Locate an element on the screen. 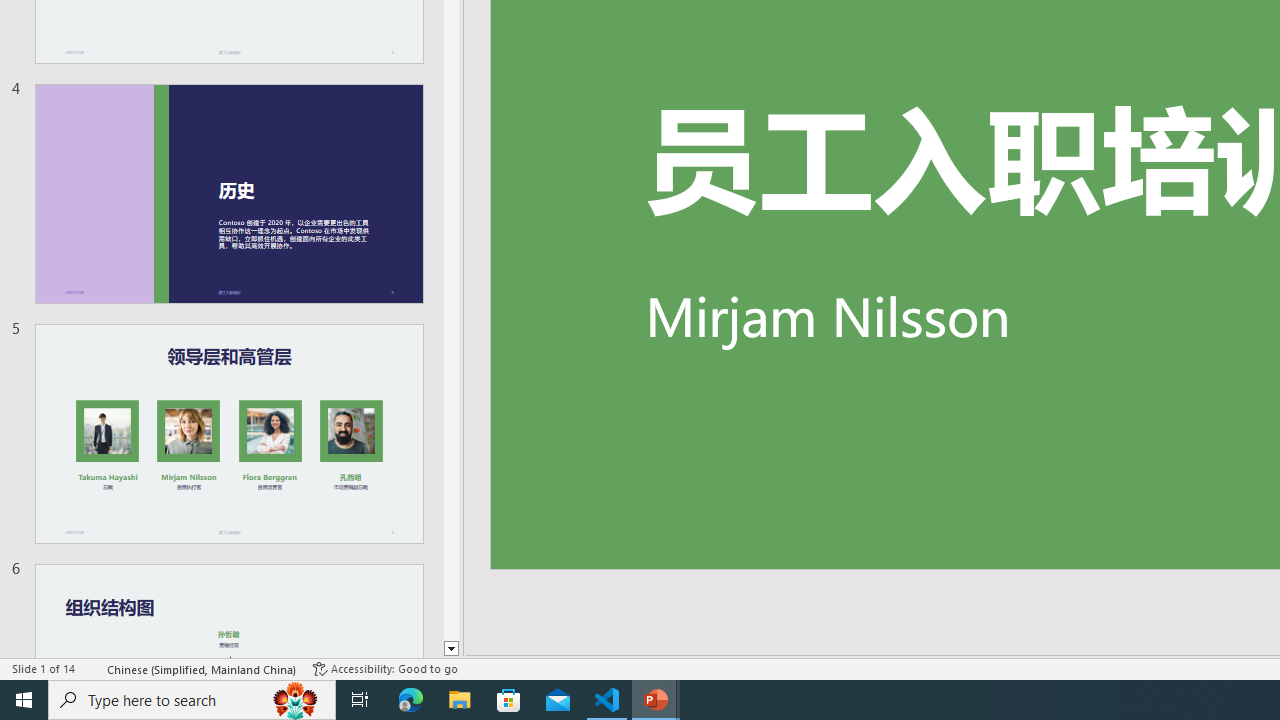 Image resolution: width=1280 pixels, height=720 pixels. 'Spell Check ' is located at coordinates (91, 669).